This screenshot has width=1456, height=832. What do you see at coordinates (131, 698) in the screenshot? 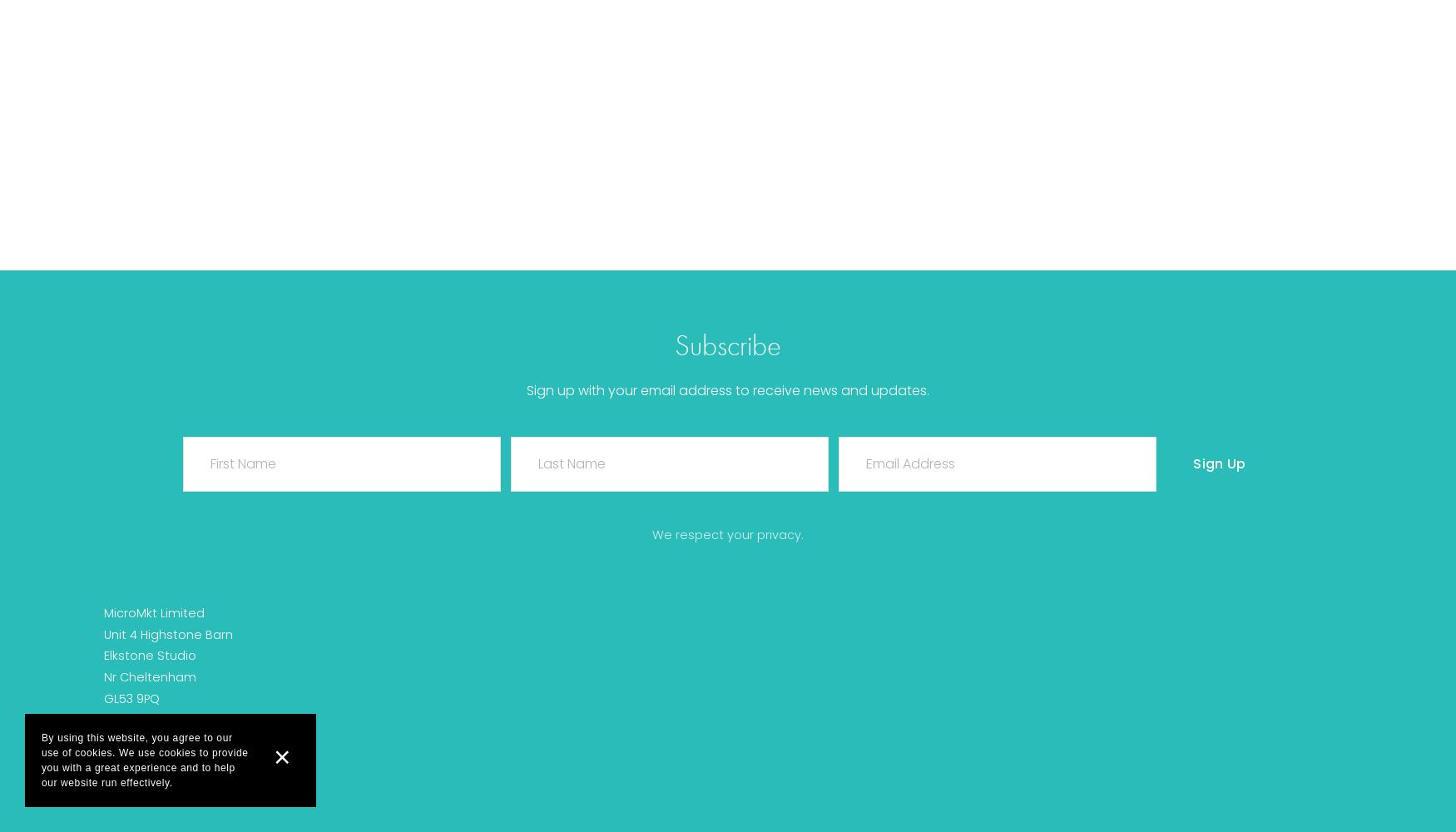
I see `'GL53 9PQ'` at bounding box center [131, 698].